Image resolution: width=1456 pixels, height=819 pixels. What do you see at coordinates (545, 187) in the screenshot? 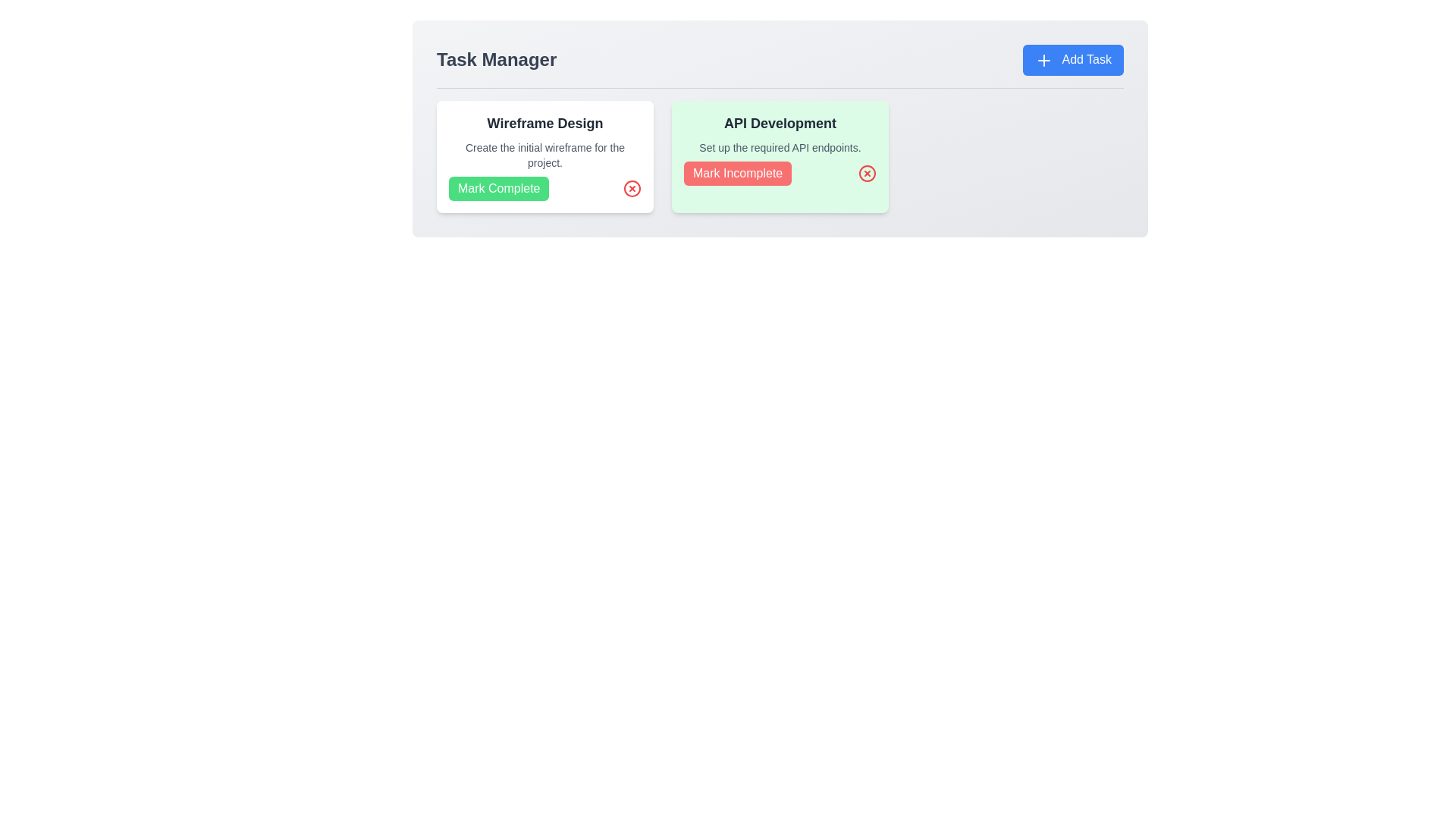
I see `the 'Mark Complete' button for the 'Wireframe Design' task to change its background color` at bounding box center [545, 187].